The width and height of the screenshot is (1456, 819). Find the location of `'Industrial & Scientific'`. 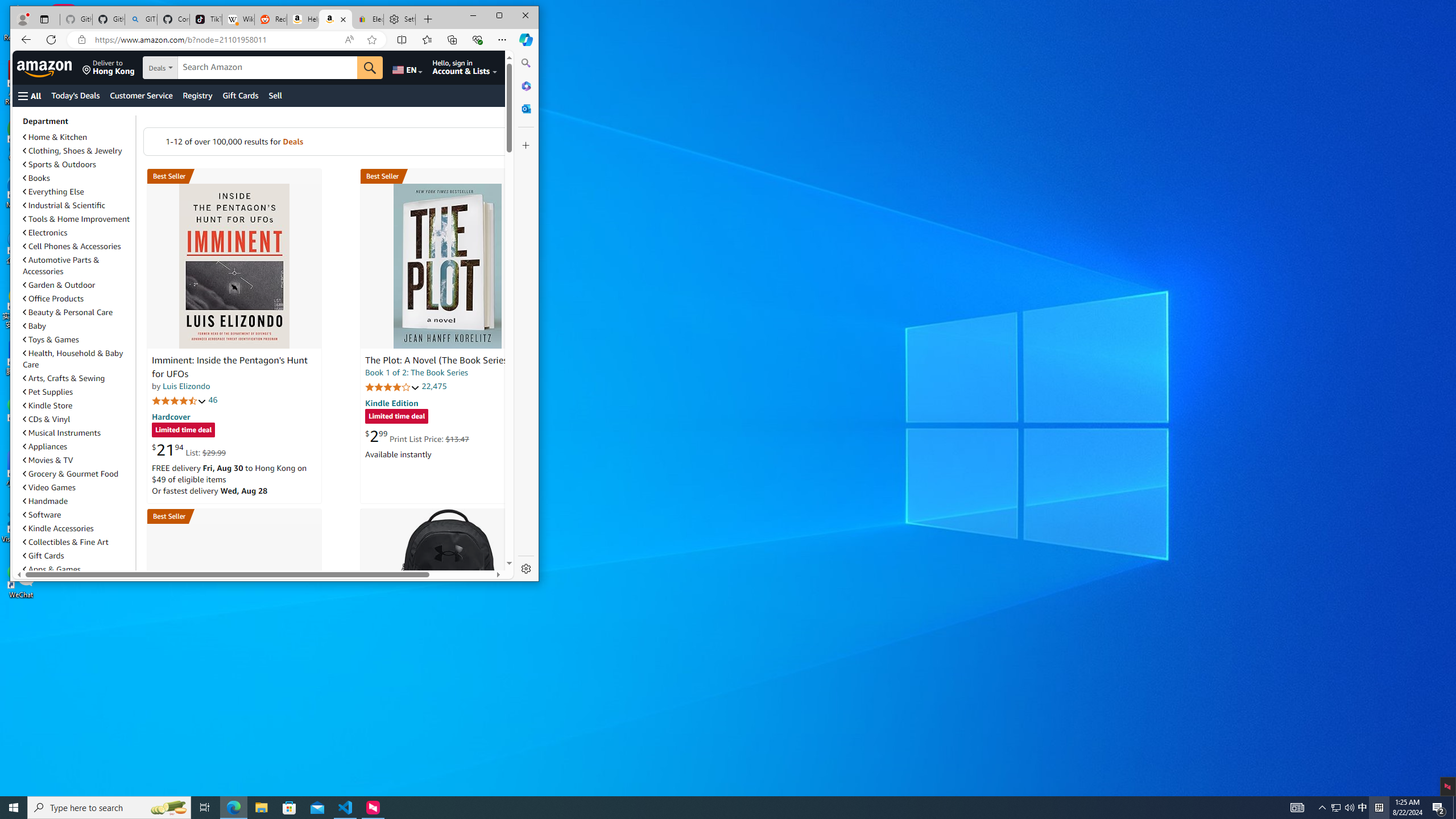

'Industrial & Scientific' is located at coordinates (64, 205).